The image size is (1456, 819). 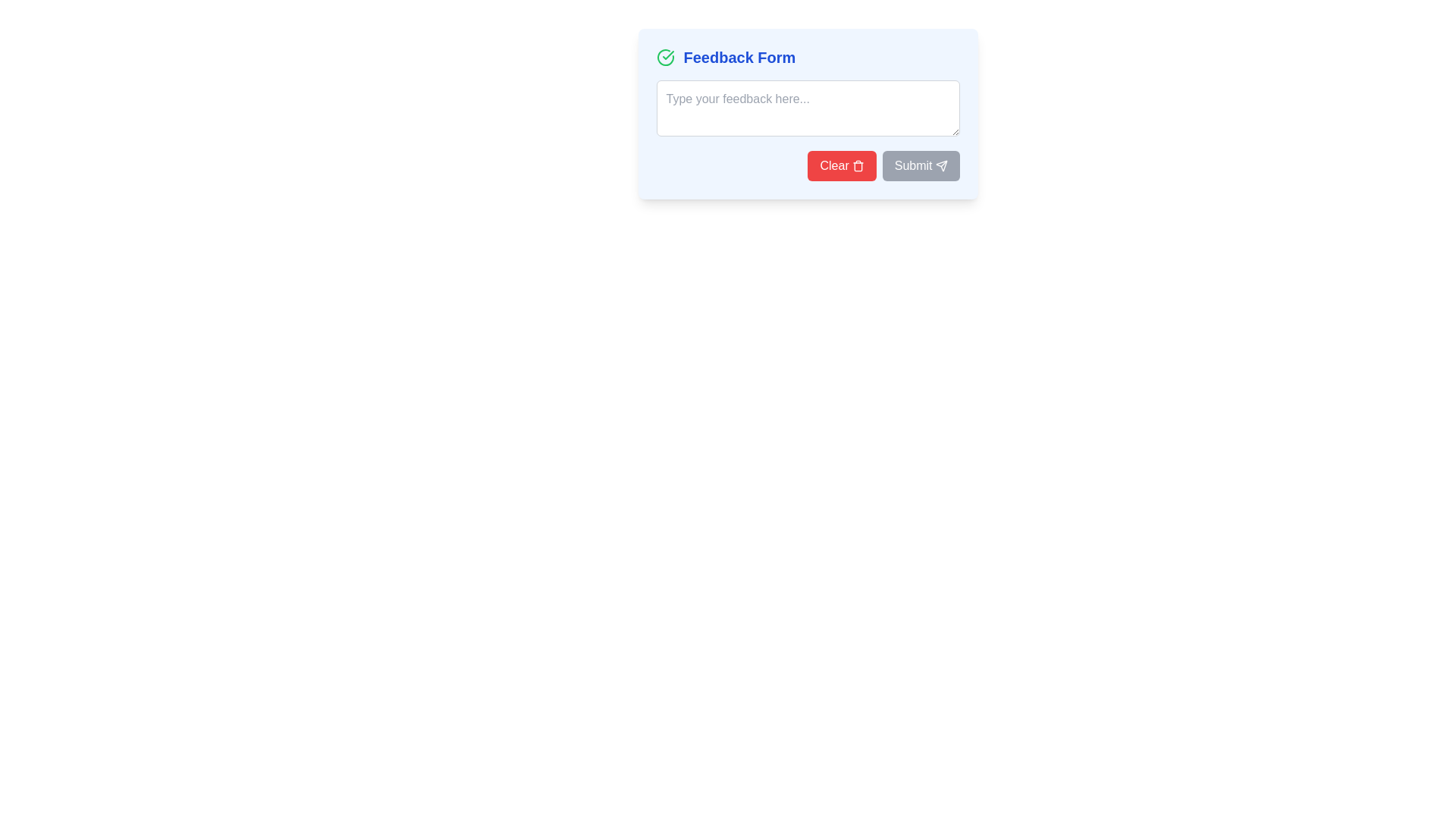 What do you see at coordinates (920, 166) in the screenshot?
I see `the submission button located in the bottom-right corner of the form, which is currently disabled and non-interactive` at bounding box center [920, 166].